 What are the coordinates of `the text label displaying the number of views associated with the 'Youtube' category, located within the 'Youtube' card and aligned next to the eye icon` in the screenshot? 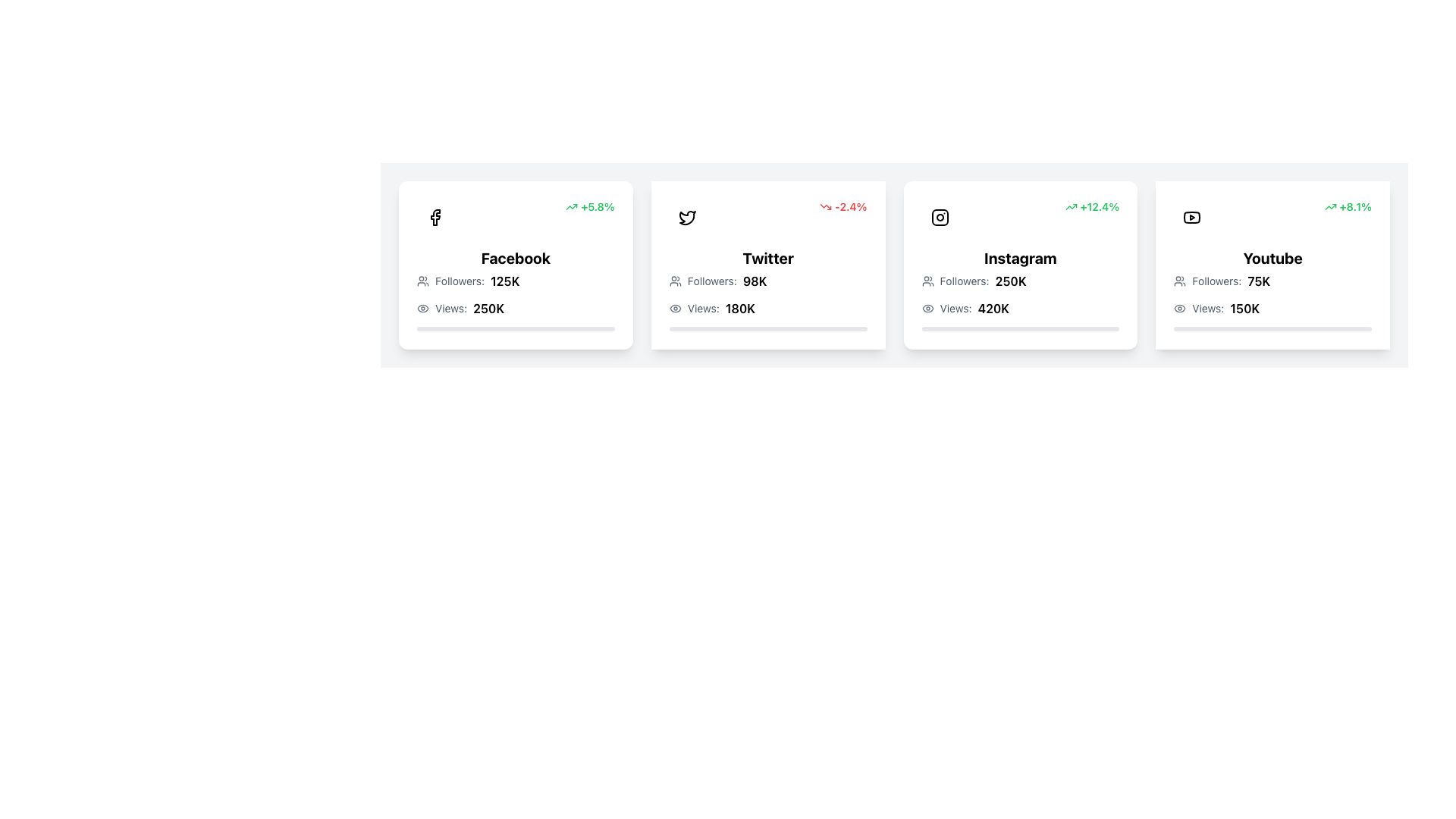 It's located at (1244, 308).